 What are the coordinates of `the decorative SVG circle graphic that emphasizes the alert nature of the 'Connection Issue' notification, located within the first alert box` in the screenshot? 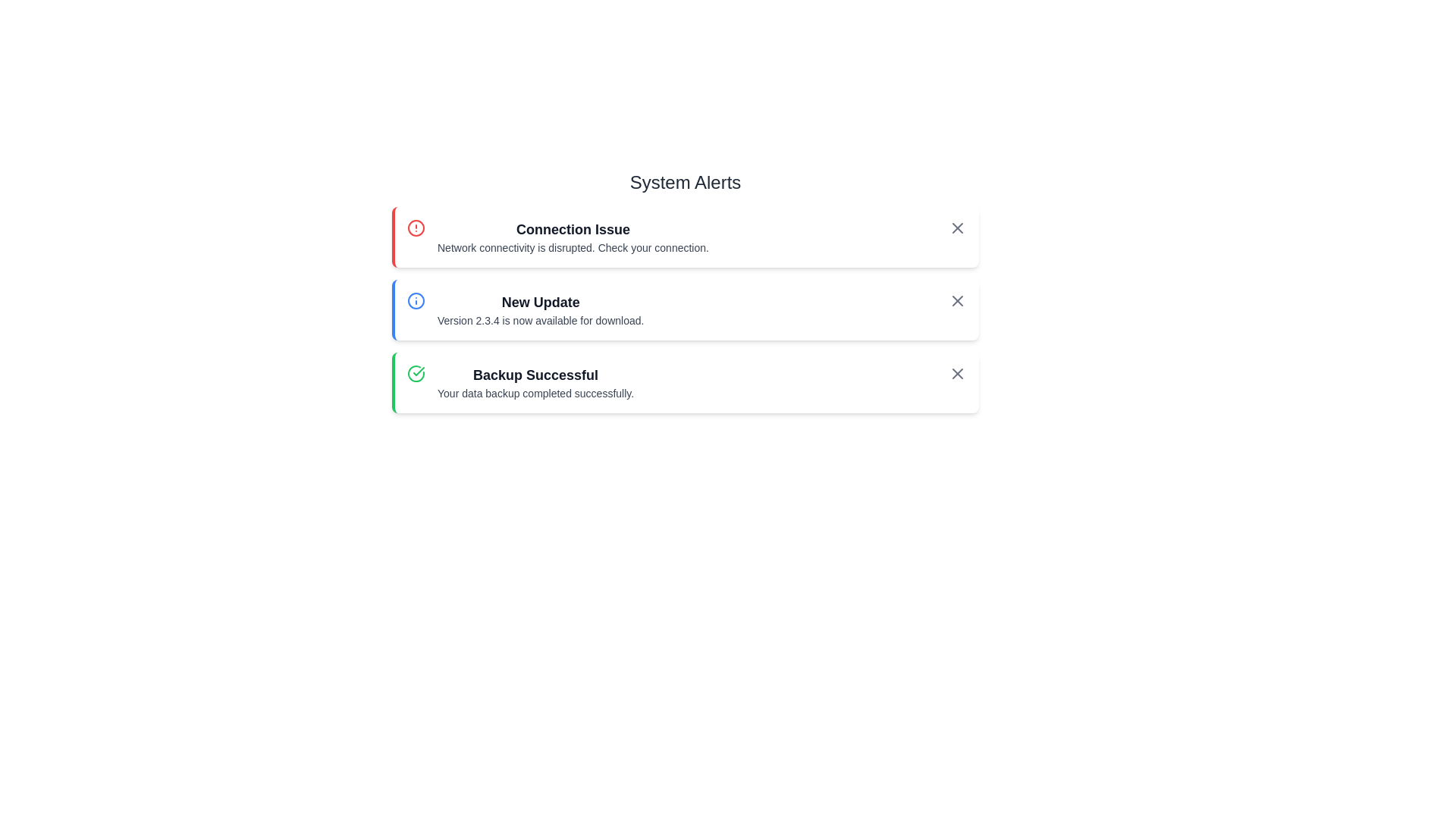 It's located at (416, 227).